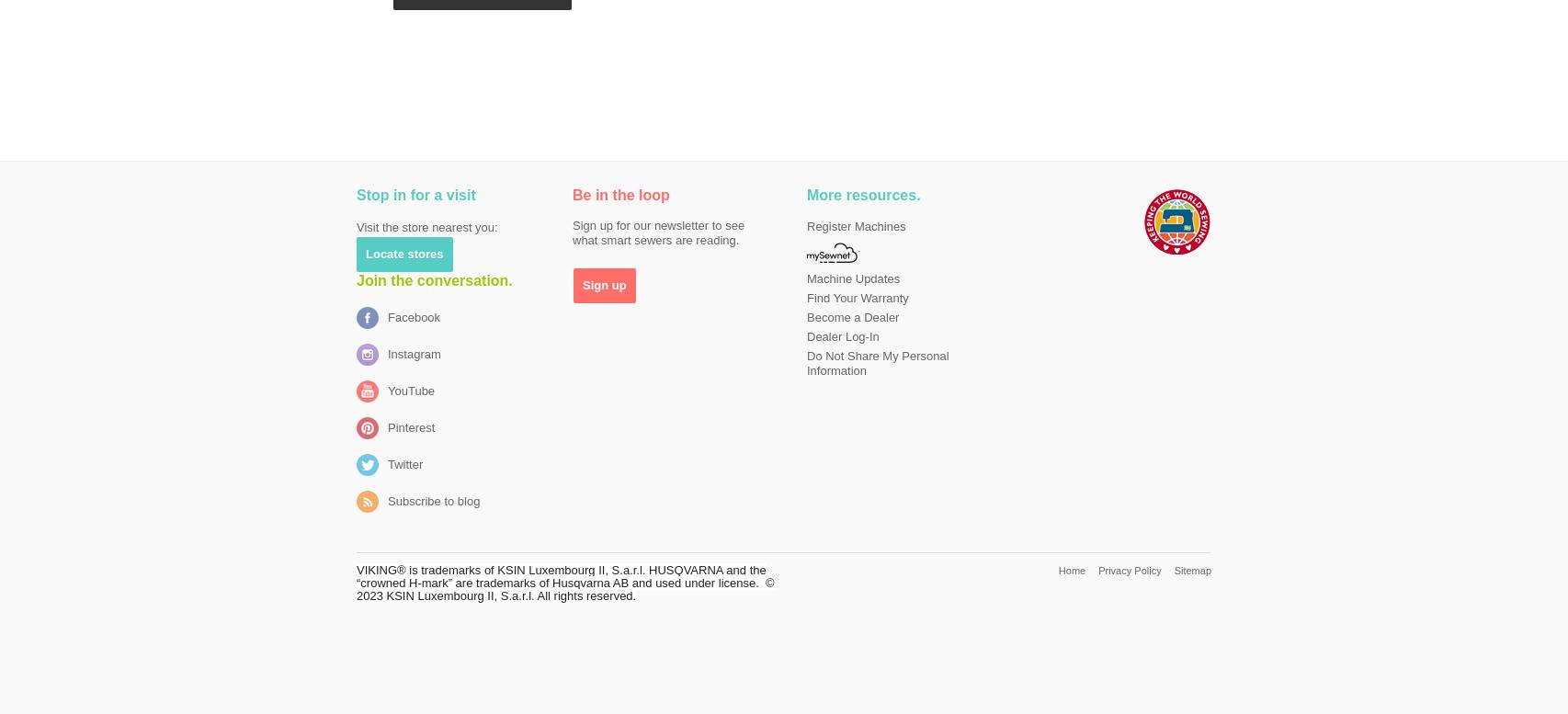  What do you see at coordinates (410, 427) in the screenshot?
I see `'Pinterest'` at bounding box center [410, 427].